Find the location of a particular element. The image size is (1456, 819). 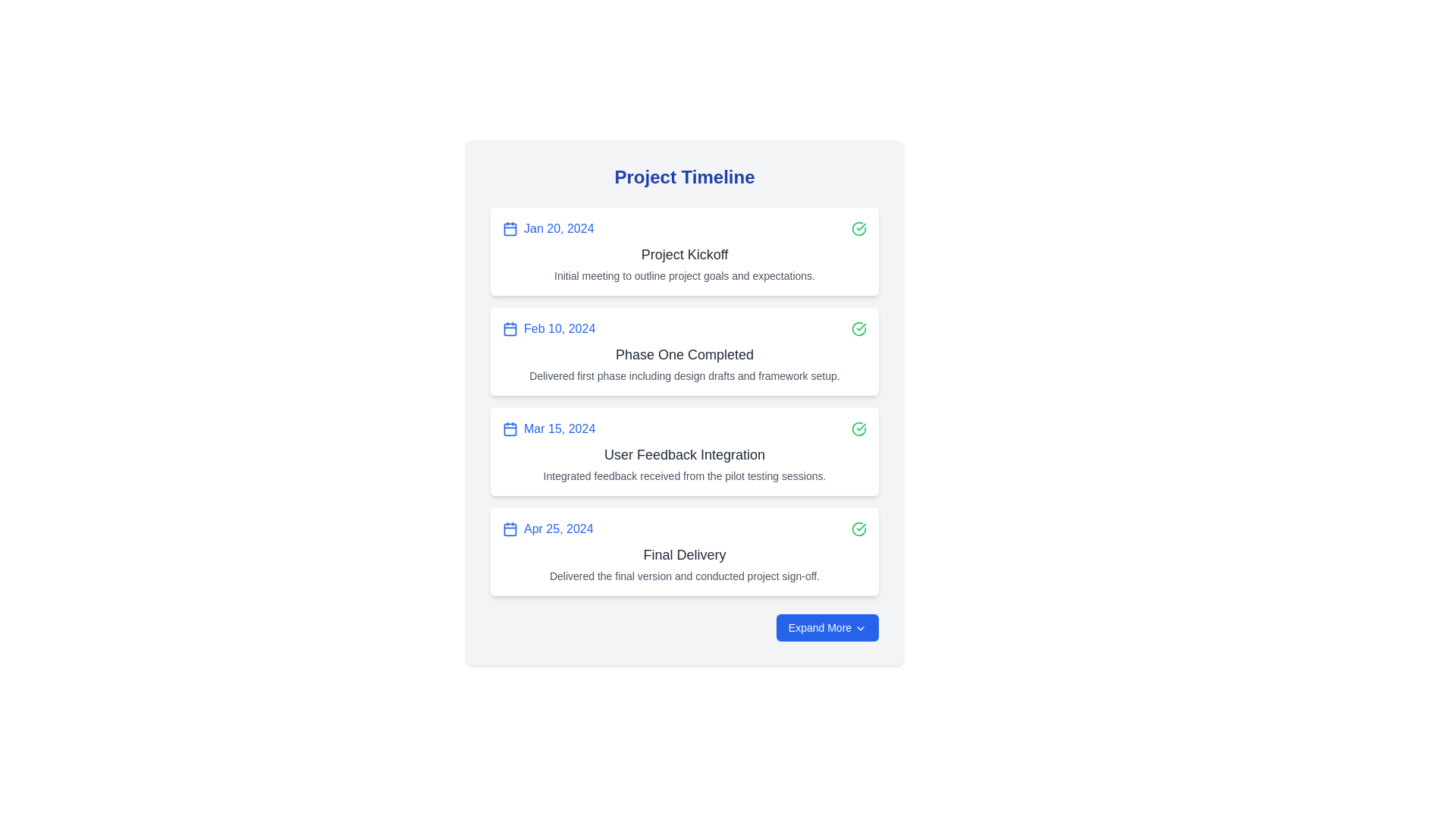

date displayed on the text label located to the right of the calendar icon in the fourth entry of the vertical timeline is located at coordinates (557, 529).